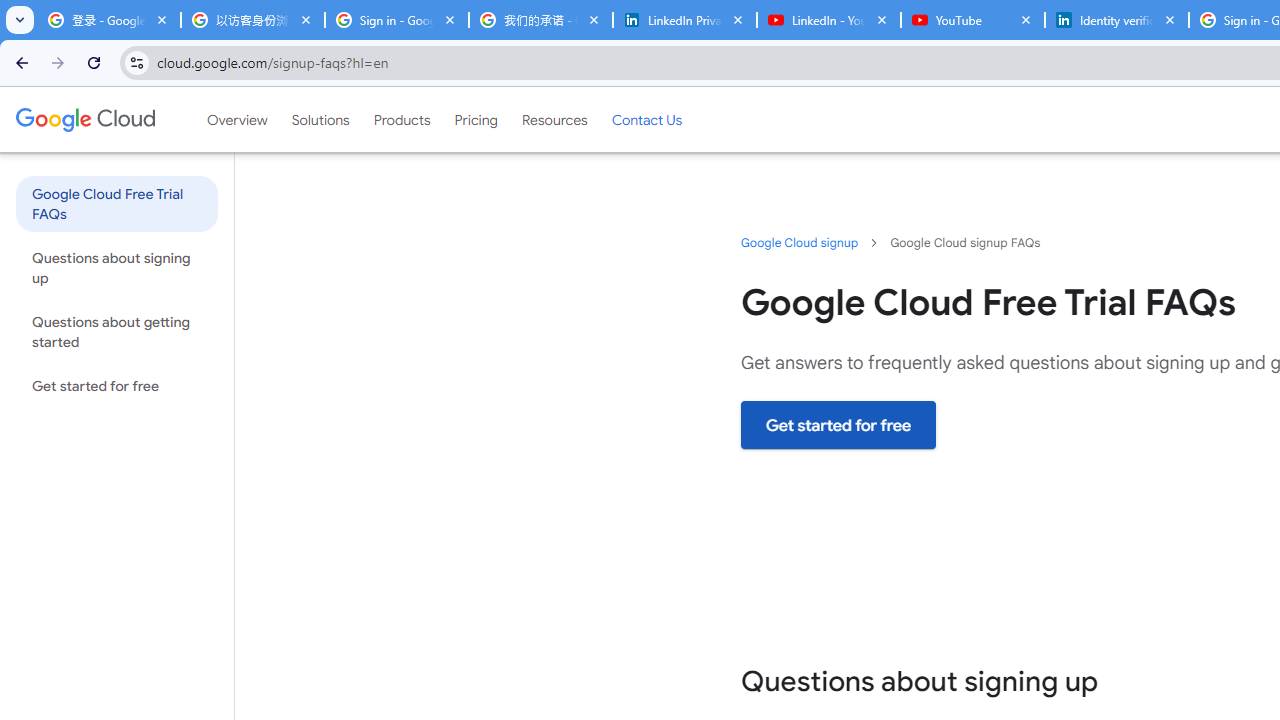 The width and height of the screenshot is (1280, 720). What do you see at coordinates (839, 424) in the screenshot?
I see `'Get started for free'` at bounding box center [839, 424].